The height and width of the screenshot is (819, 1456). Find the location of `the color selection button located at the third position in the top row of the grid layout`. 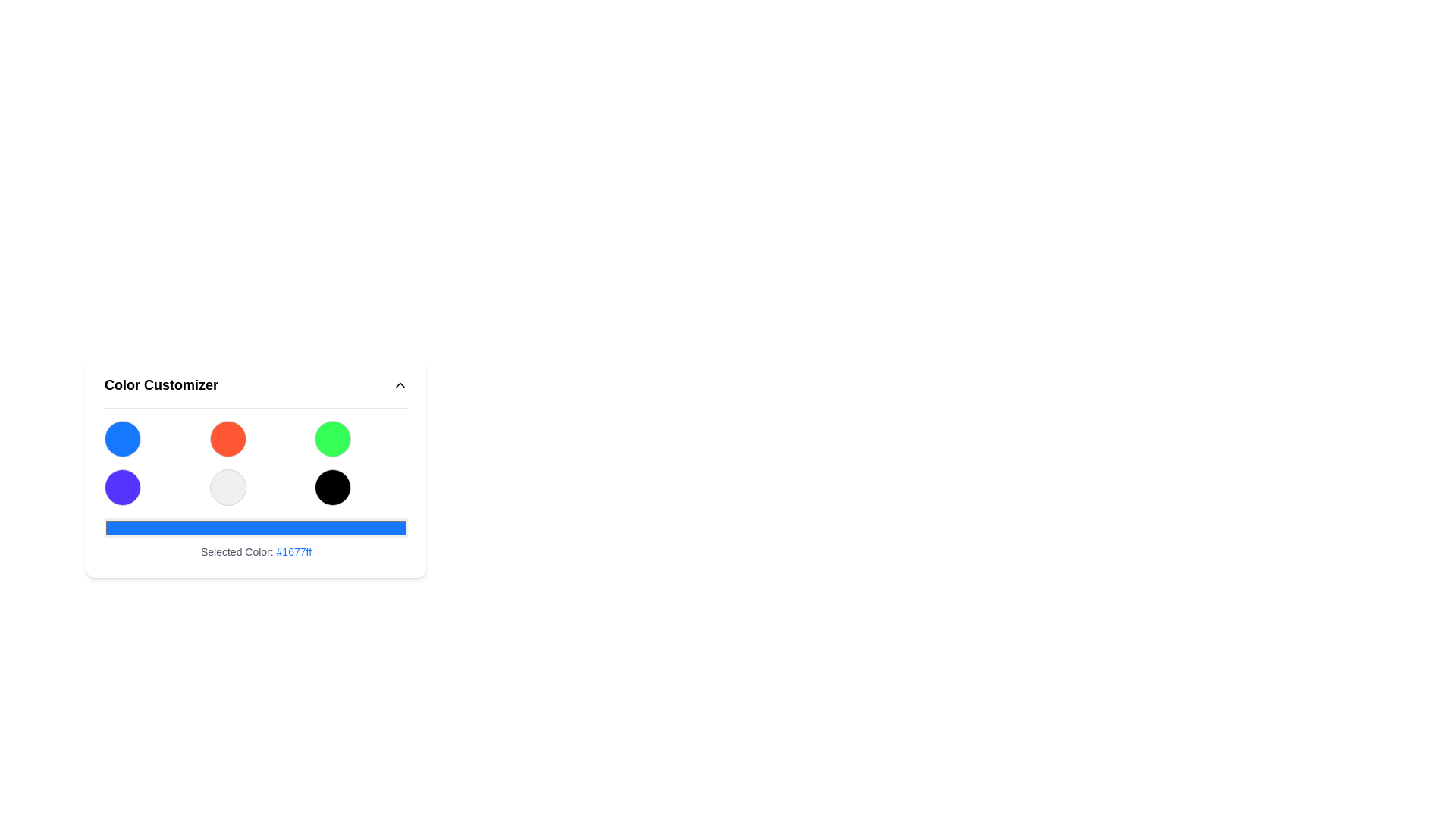

the color selection button located at the third position in the top row of the grid layout is located at coordinates (332, 438).